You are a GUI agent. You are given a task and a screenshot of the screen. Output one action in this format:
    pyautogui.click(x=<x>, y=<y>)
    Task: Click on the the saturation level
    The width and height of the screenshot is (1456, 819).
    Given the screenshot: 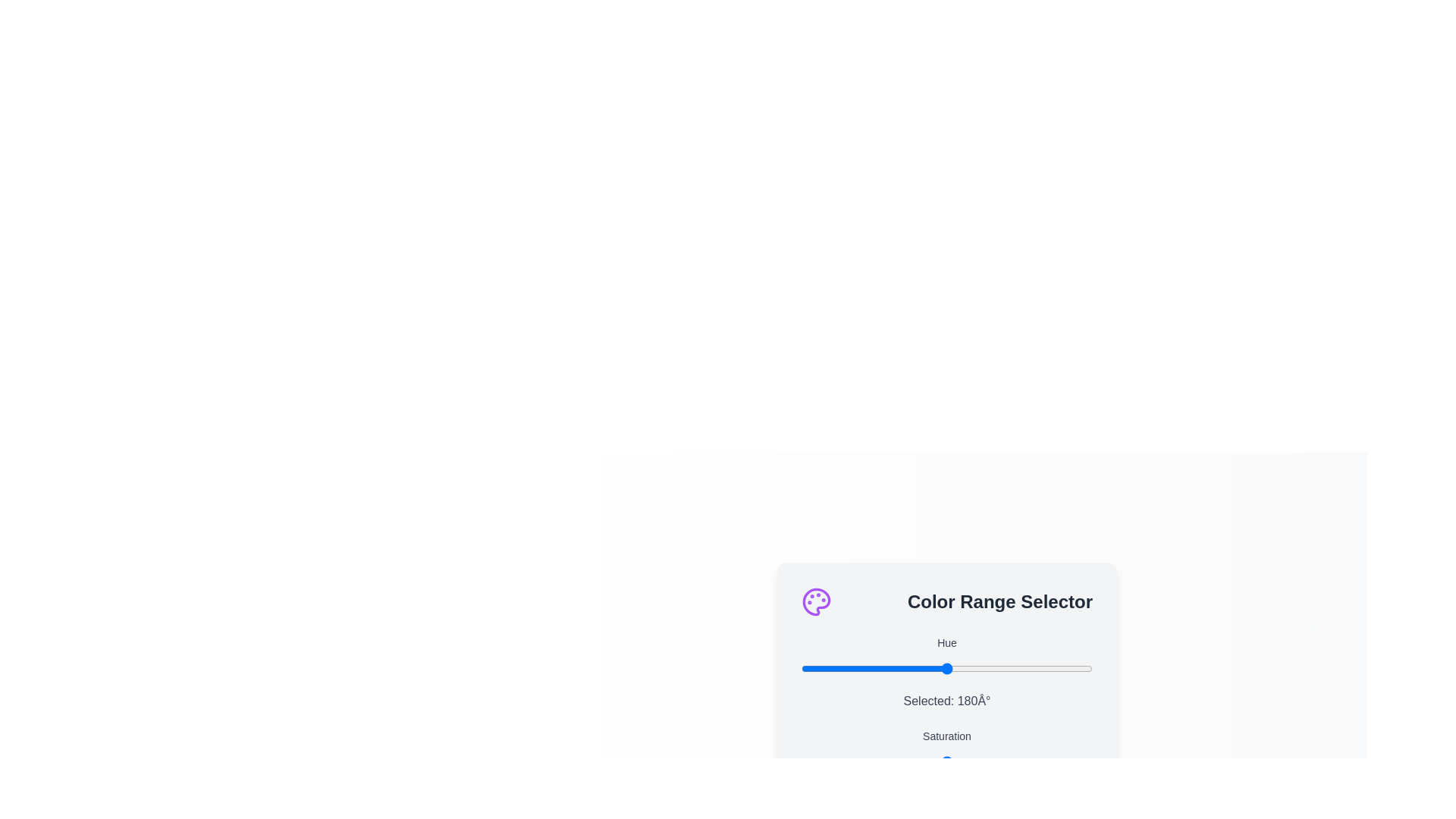 What is the action you would take?
    pyautogui.click(x=1002, y=761)
    